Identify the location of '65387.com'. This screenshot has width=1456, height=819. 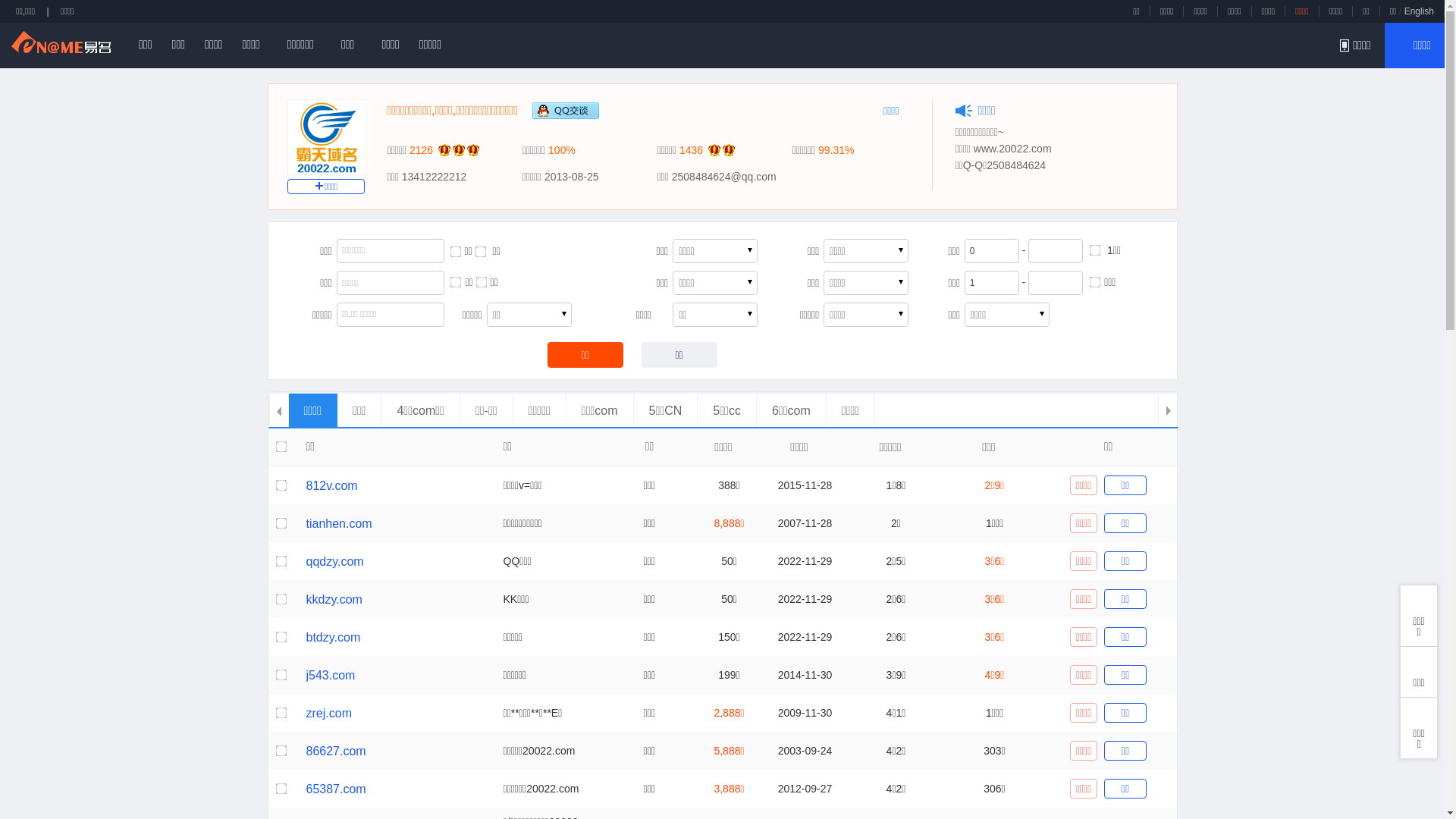
(335, 788).